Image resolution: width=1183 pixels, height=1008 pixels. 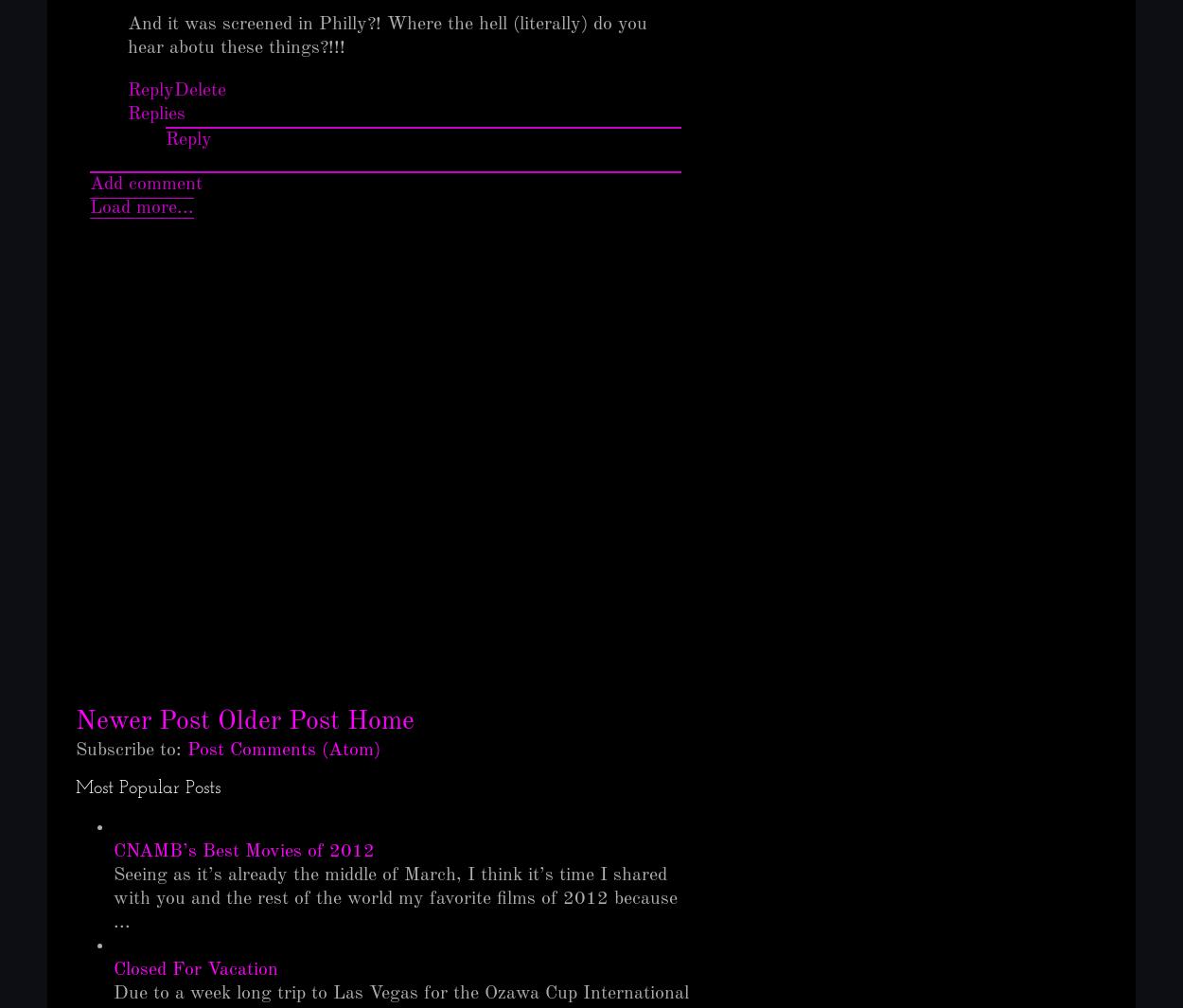 What do you see at coordinates (128, 35) in the screenshot?
I see `'And it was screened in Philly?! Where the hell (literally) do you hear abotu these things?!!!'` at bounding box center [128, 35].